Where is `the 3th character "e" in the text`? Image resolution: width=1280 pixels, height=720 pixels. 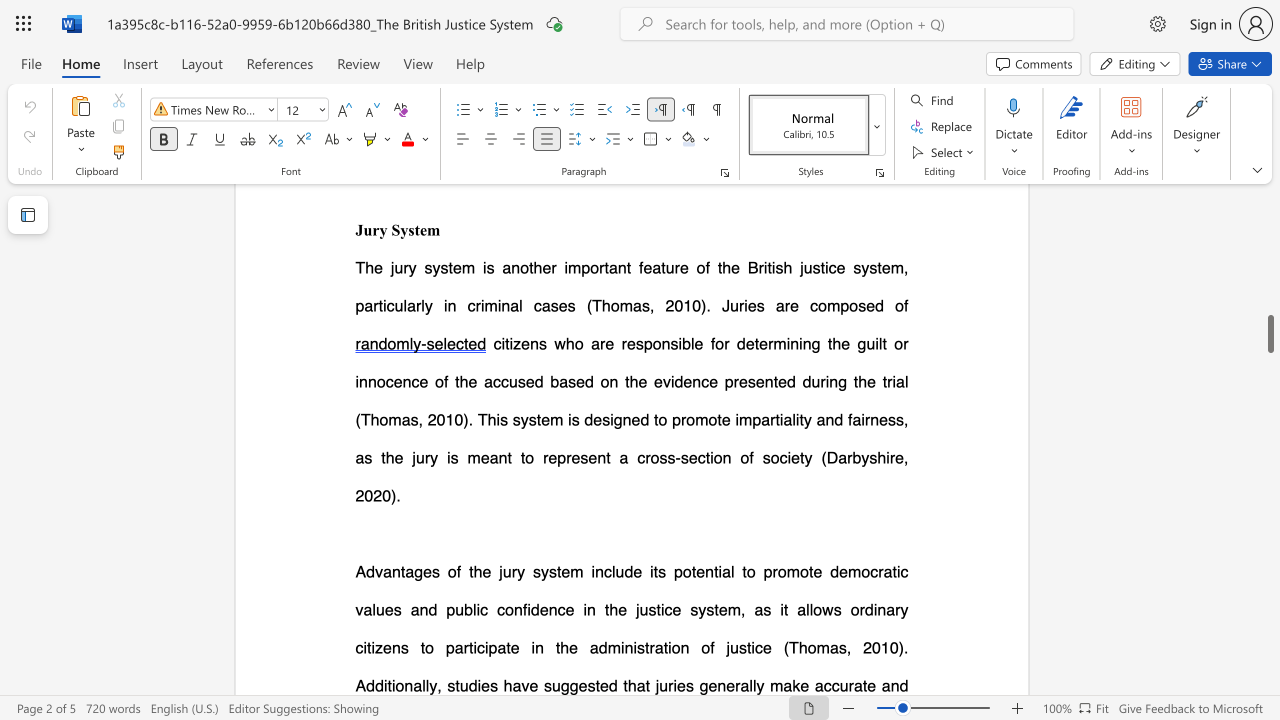
the 3th character "e" in the text is located at coordinates (485, 684).